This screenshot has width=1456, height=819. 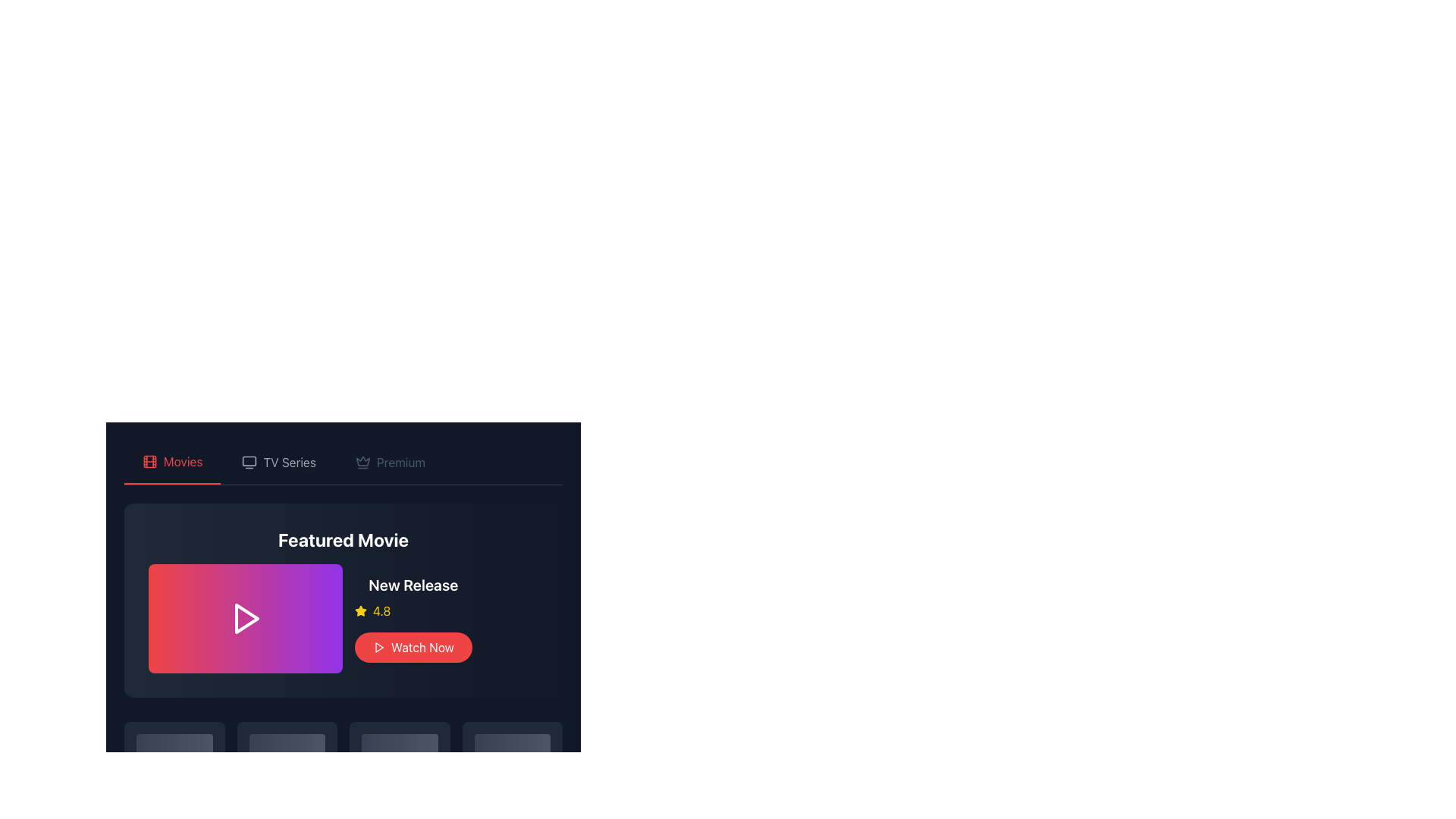 I want to click on the internal rectangle of the minimalistic TV icon, which is a softened corner rectangular shape situated at the top center of the application layout, so click(x=249, y=460).